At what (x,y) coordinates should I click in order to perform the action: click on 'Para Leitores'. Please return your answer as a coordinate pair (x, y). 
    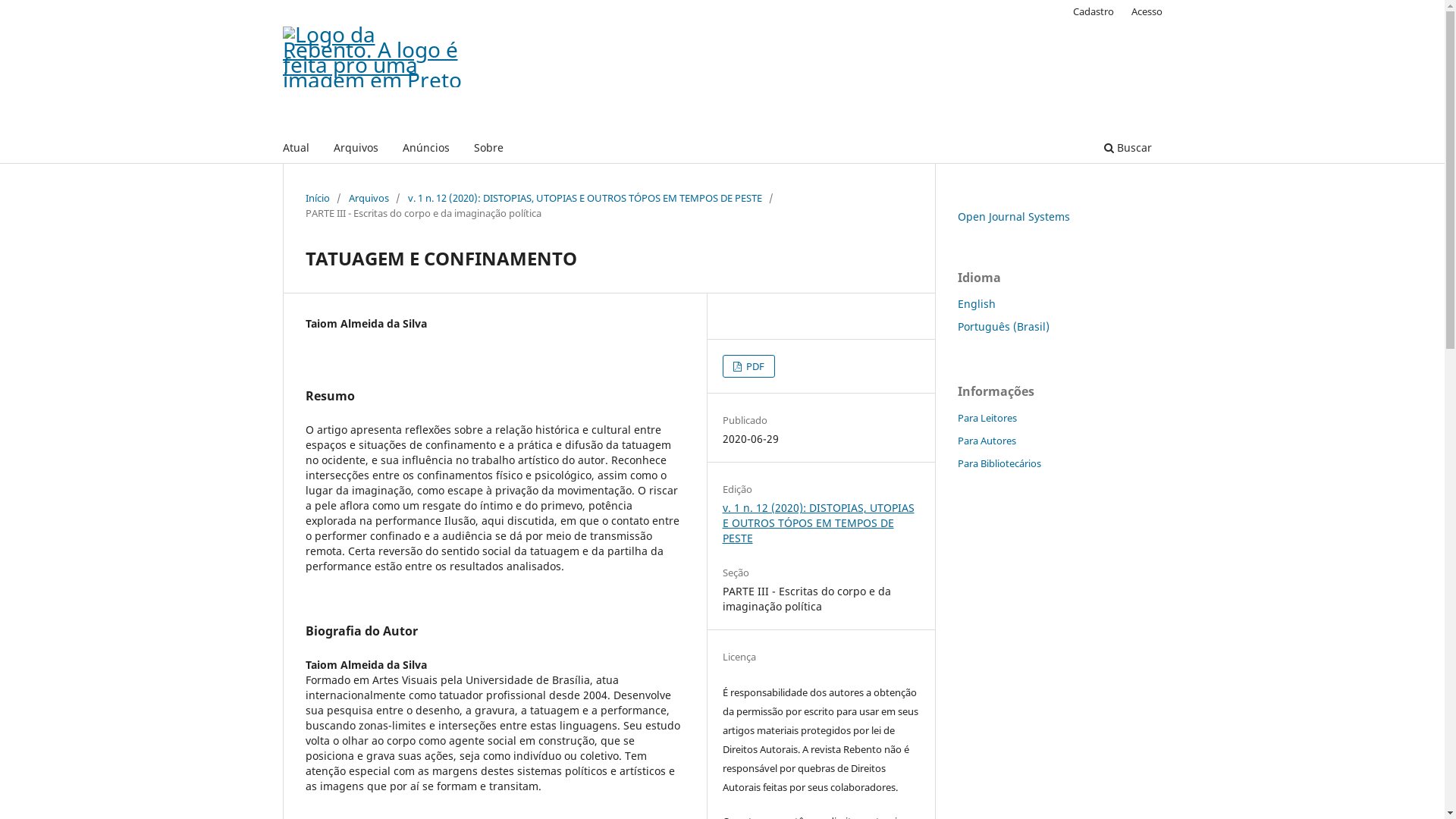
    Looking at the image, I should click on (986, 418).